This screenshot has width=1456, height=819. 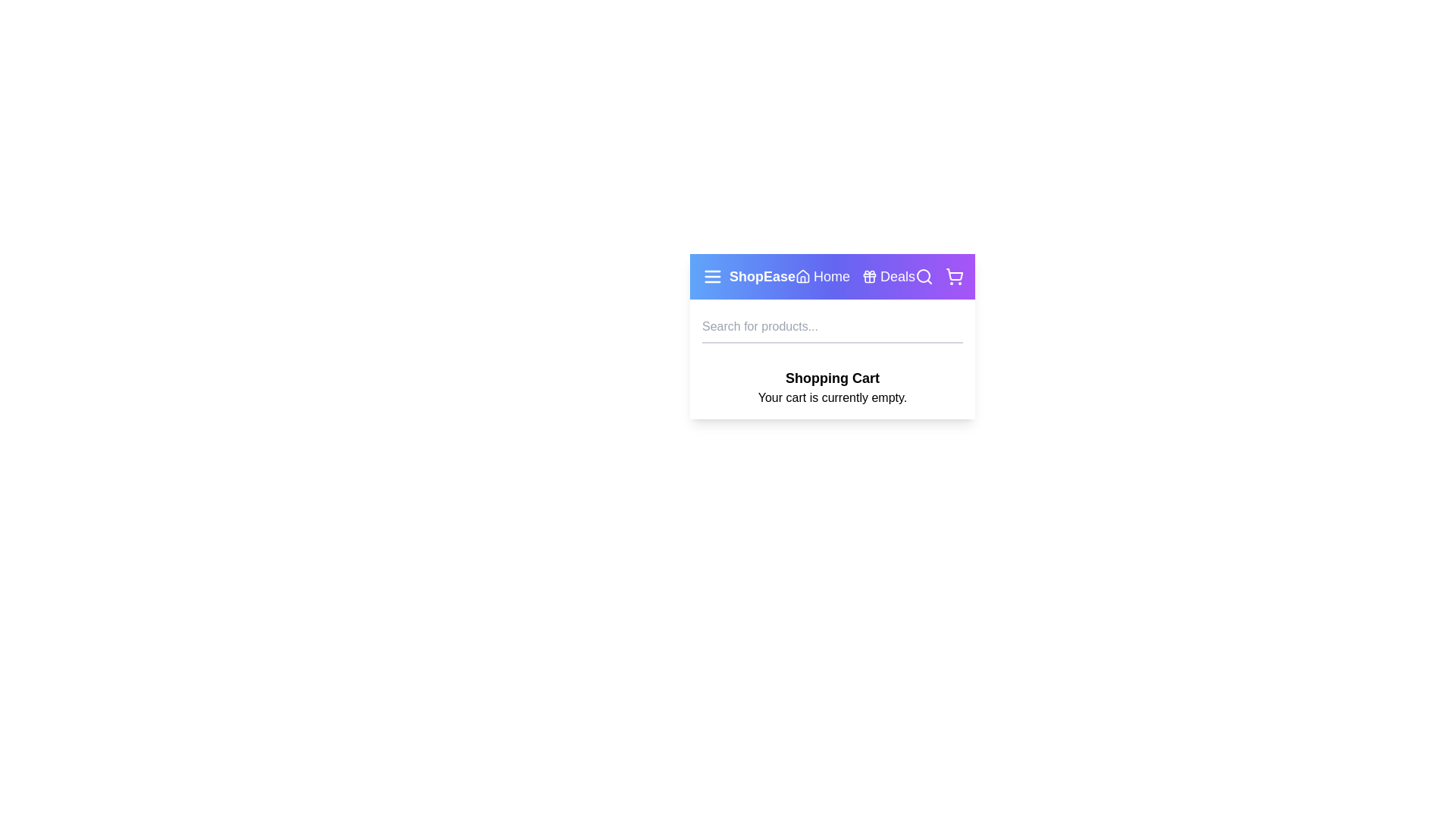 What do you see at coordinates (832, 397) in the screenshot?
I see `the text 'Your cart is currently empty' to select it` at bounding box center [832, 397].